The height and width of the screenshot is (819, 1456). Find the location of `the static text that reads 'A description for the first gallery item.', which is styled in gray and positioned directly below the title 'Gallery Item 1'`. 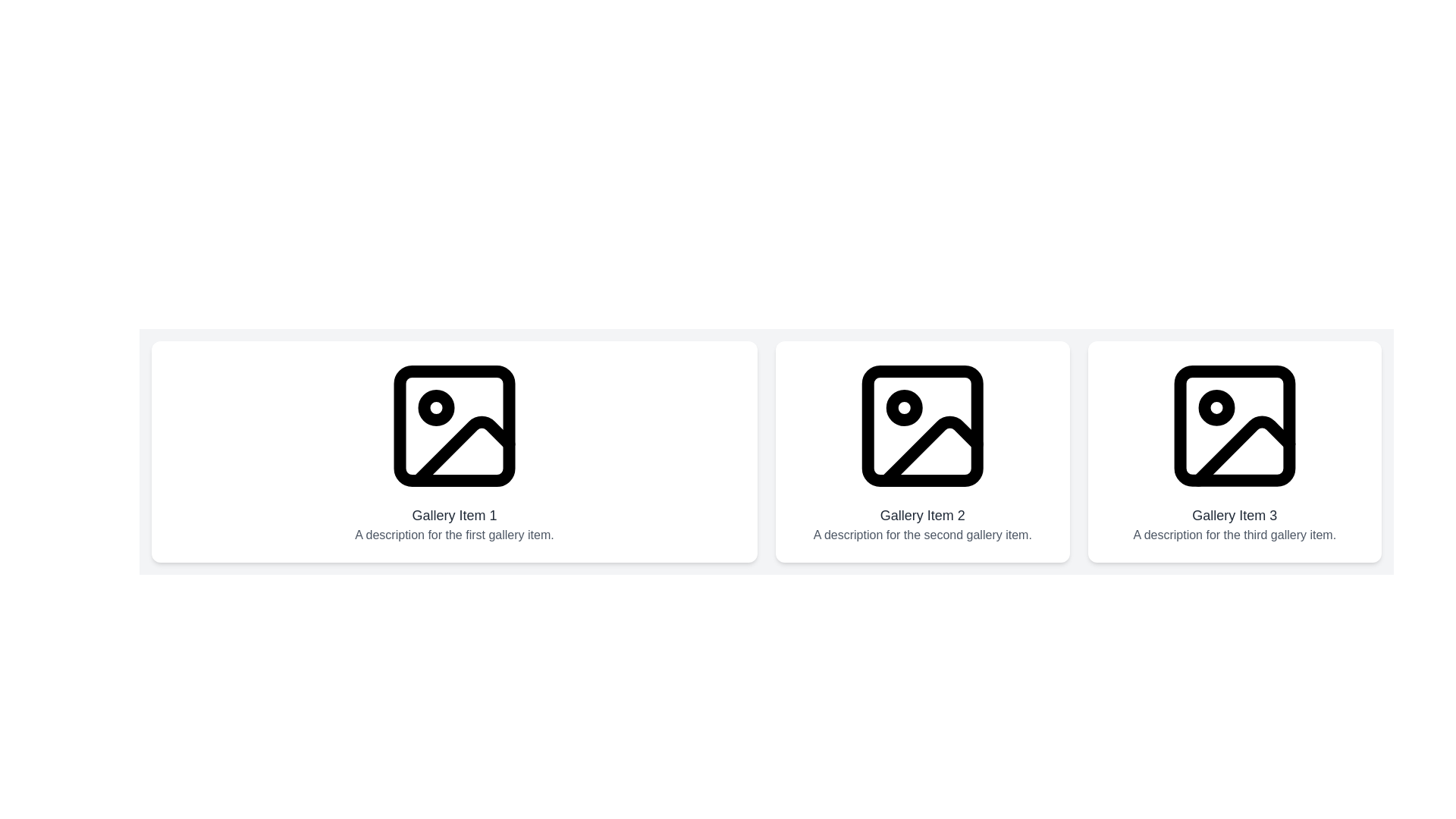

the static text that reads 'A description for the first gallery item.', which is styled in gray and positioned directly below the title 'Gallery Item 1' is located at coordinates (453, 534).